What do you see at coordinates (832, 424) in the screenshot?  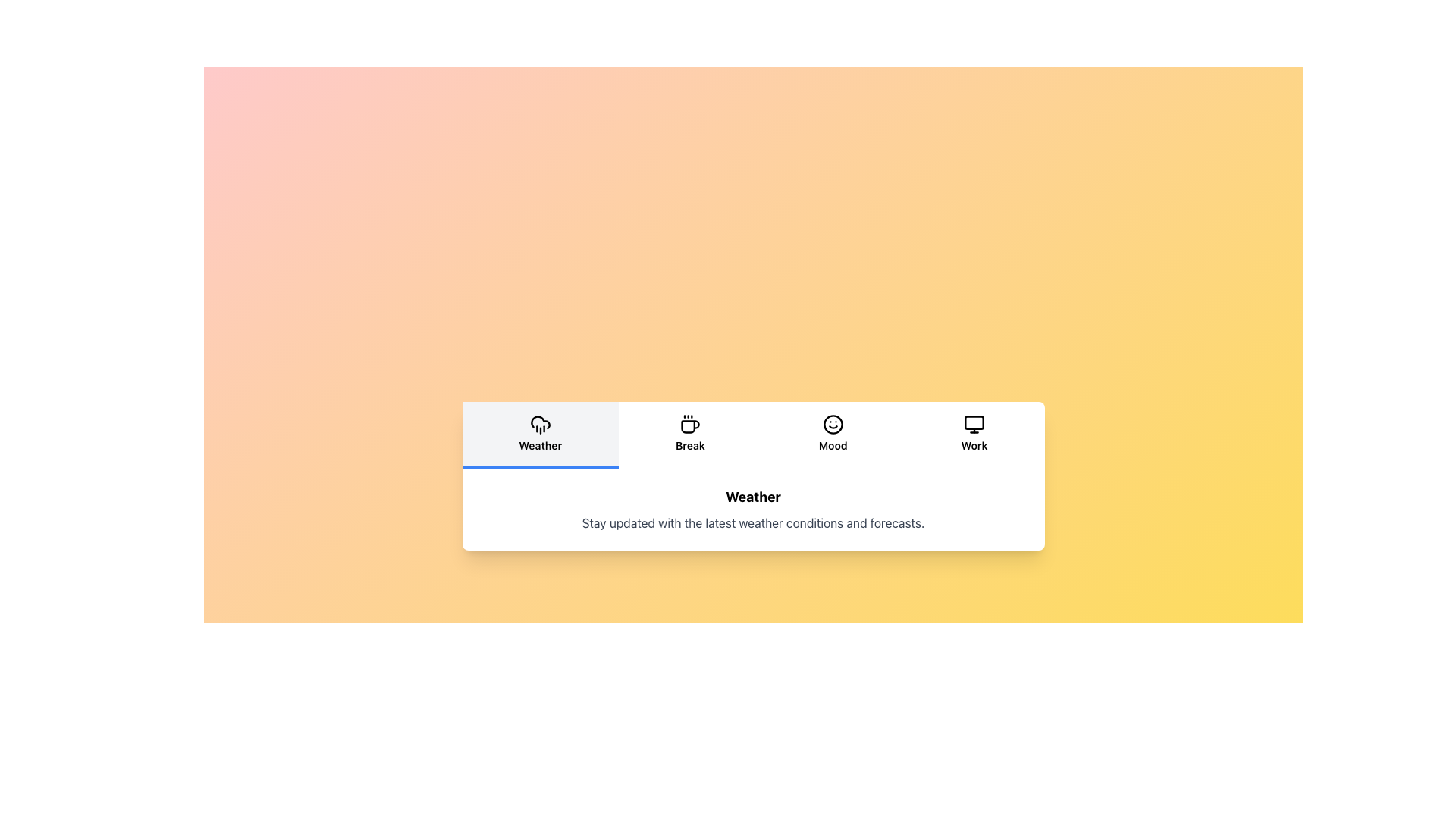 I see `the circular smiling face icon located in the center of the 'Mood' section` at bounding box center [832, 424].